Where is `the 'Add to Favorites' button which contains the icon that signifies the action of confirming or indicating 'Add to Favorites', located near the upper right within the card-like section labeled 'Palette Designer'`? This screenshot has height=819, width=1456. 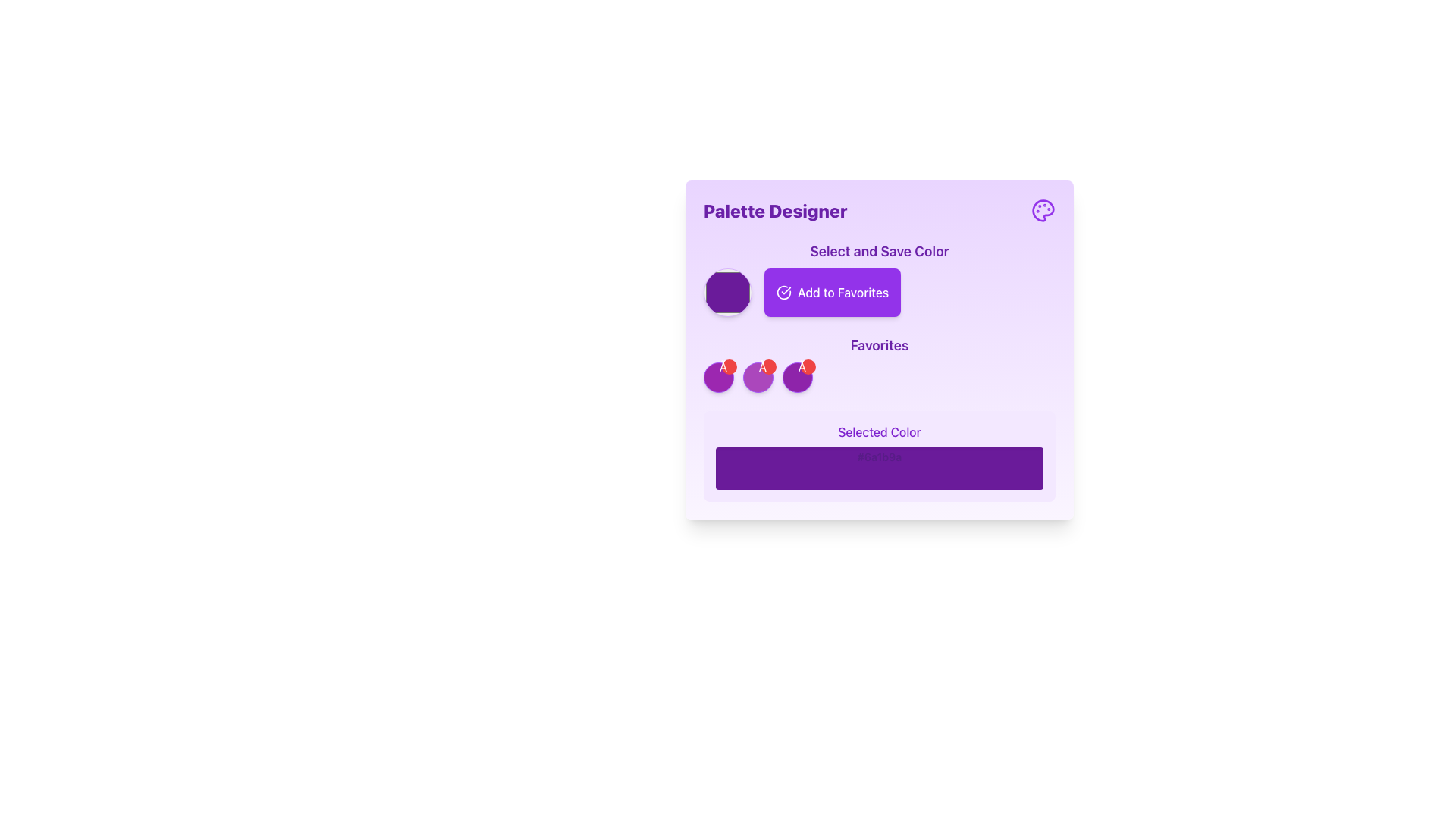 the 'Add to Favorites' button which contains the icon that signifies the action of confirming or indicating 'Add to Favorites', located near the upper right within the card-like section labeled 'Palette Designer' is located at coordinates (783, 292).